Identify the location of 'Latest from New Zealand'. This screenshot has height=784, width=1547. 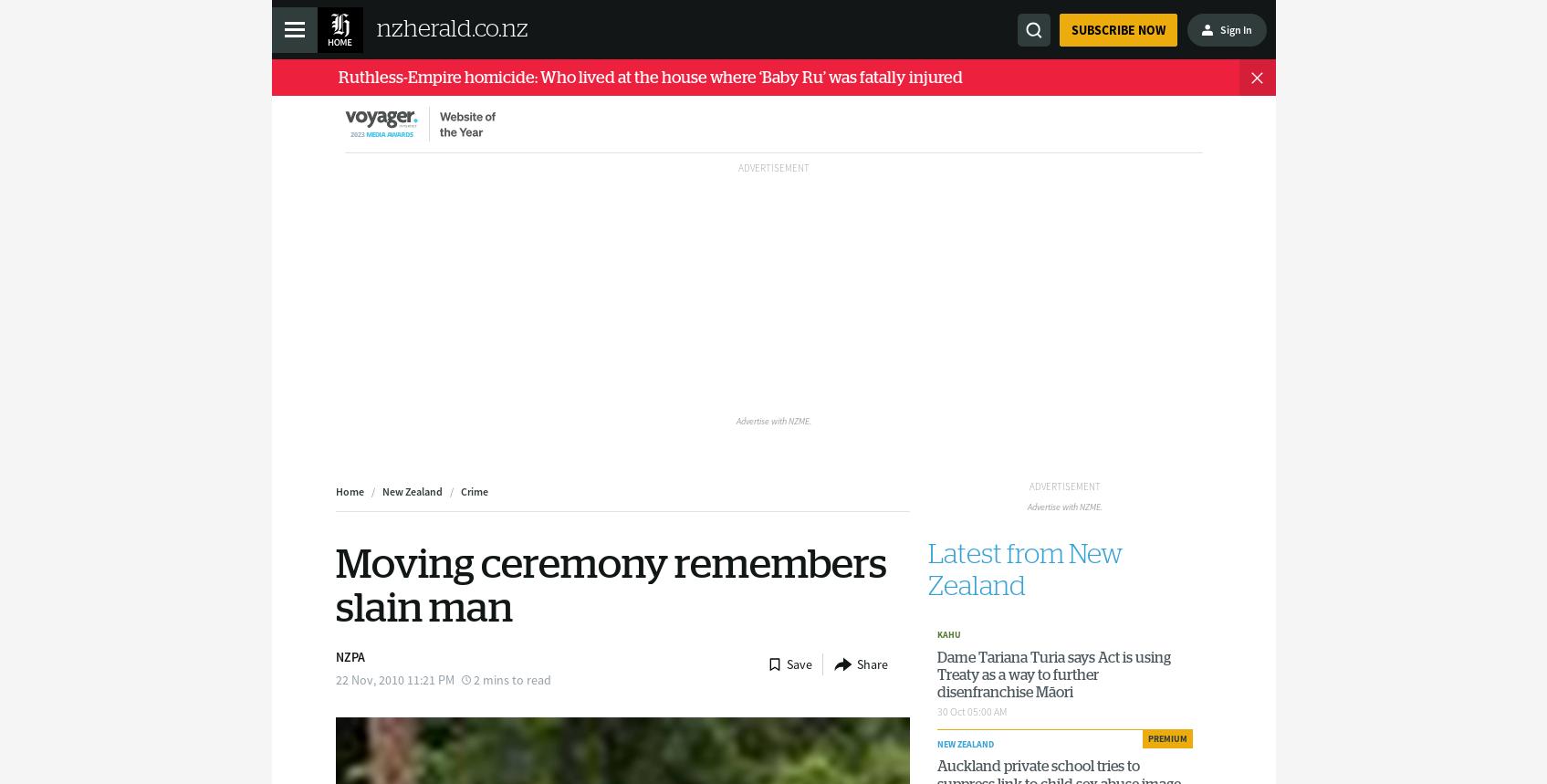
(1024, 570).